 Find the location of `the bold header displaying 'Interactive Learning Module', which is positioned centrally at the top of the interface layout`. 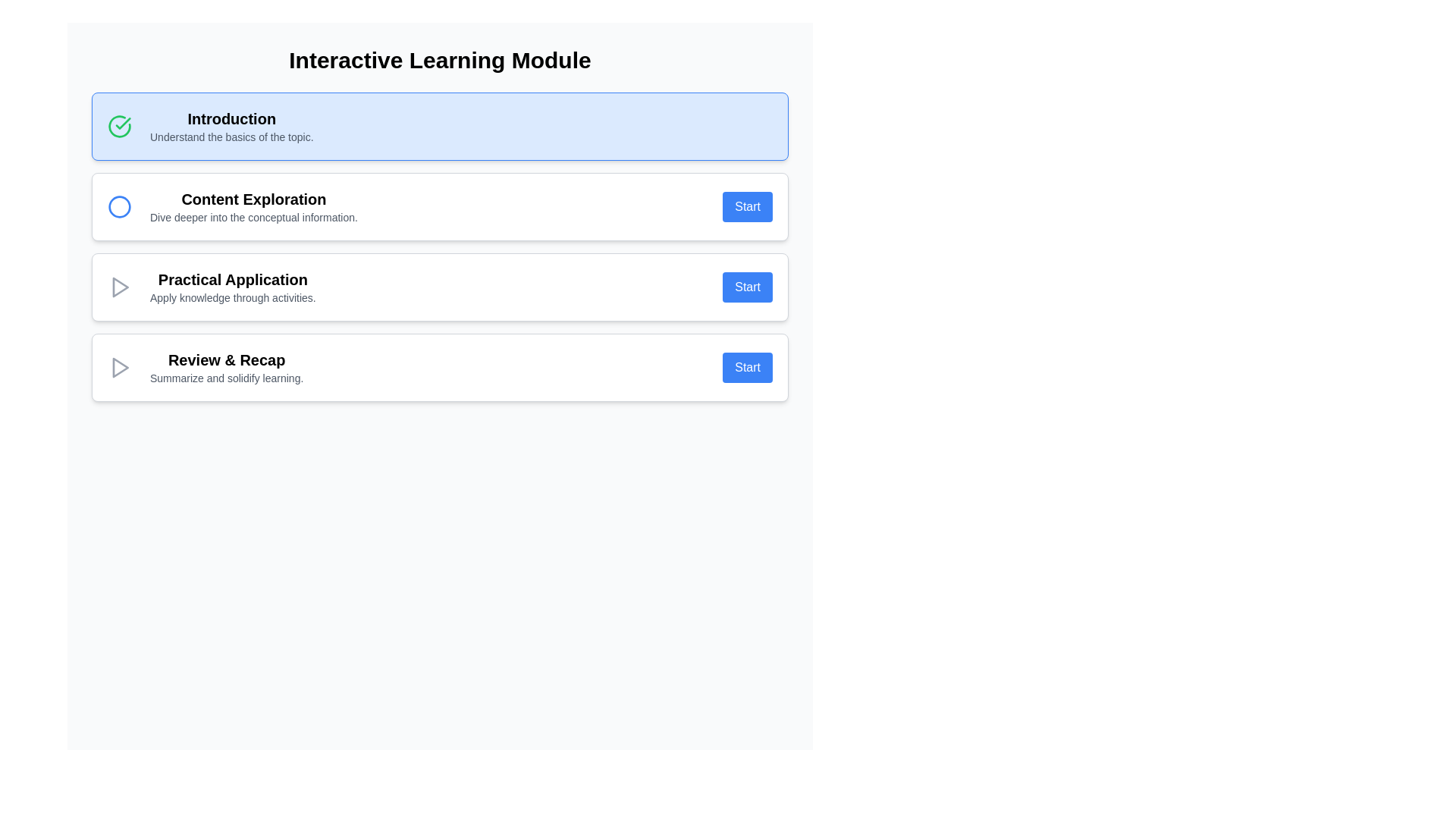

the bold header displaying 'Interactive Learning Module', which is positioned centrally at the top of the interface layout is located at coordinates (439, 60).